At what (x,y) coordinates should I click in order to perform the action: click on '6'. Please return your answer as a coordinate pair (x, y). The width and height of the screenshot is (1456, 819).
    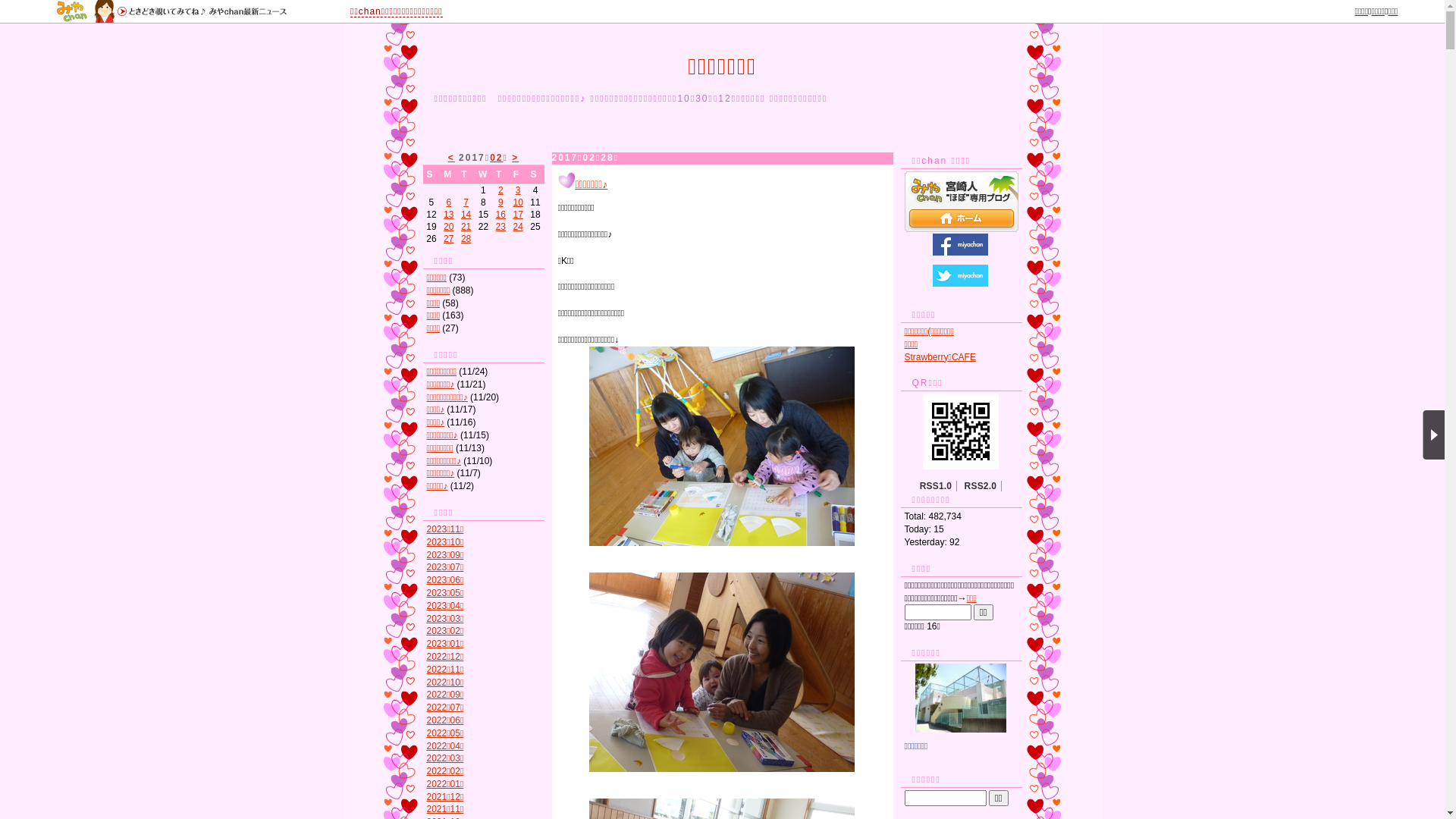
    Looking at the image, I should click on (447, 201).